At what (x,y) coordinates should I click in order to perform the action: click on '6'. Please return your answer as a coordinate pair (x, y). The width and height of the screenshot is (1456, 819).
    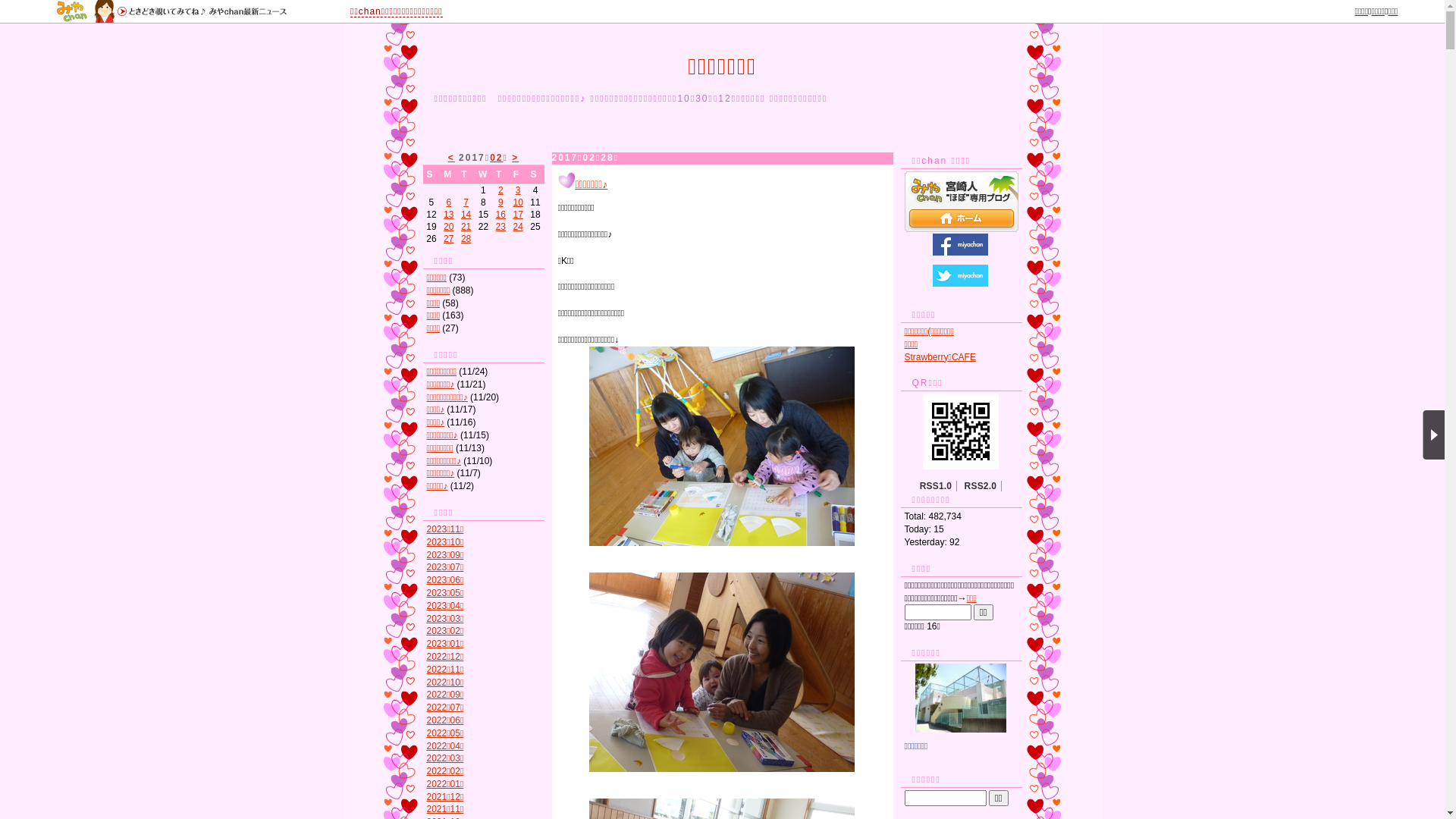
    Looking at the image, I should click on (447, 201).